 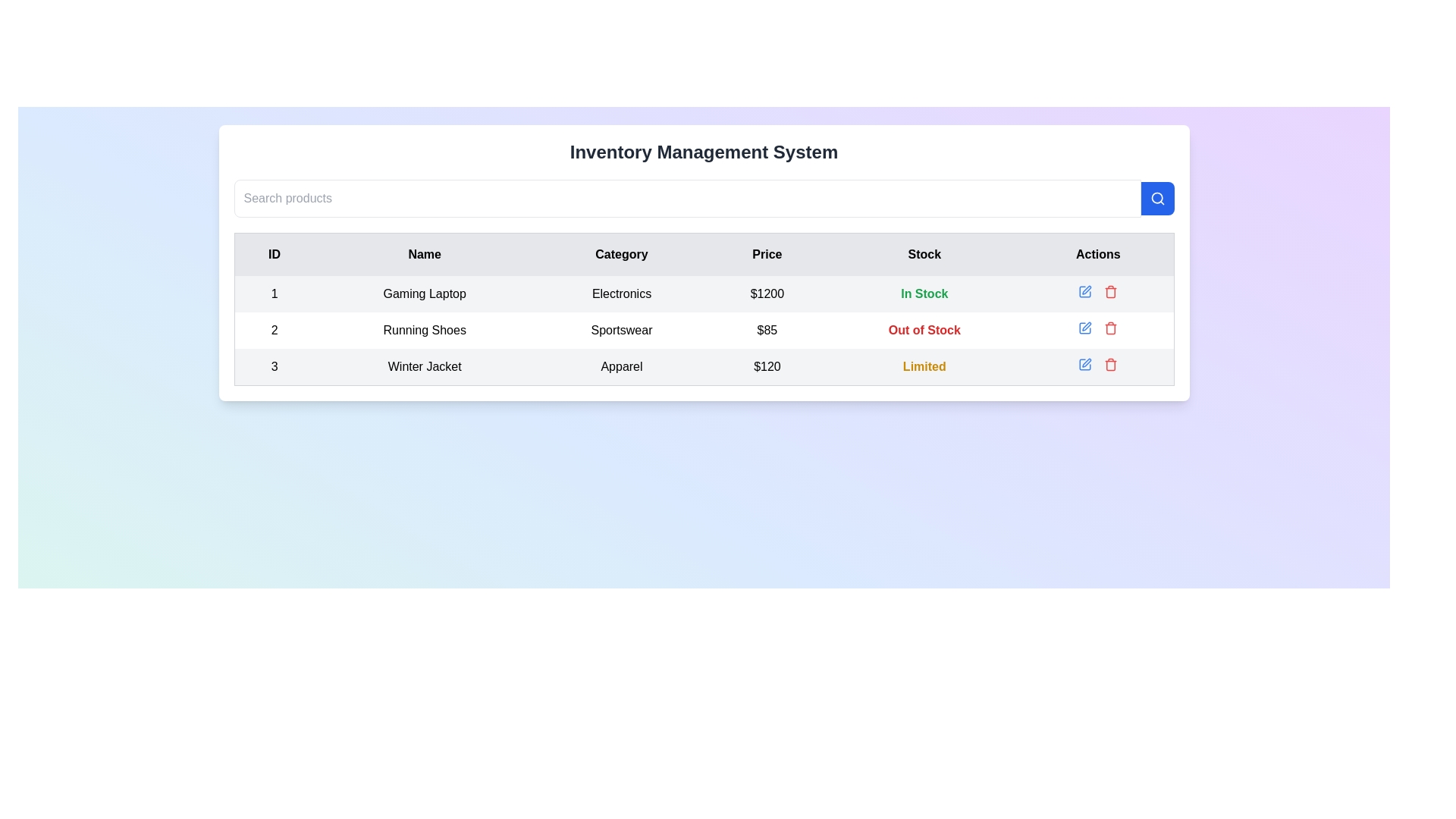 I want to click on the 'Edit' action icon located in the 'Actions' column of the 'Running Shoes' row, so click(x=1084, y=327).